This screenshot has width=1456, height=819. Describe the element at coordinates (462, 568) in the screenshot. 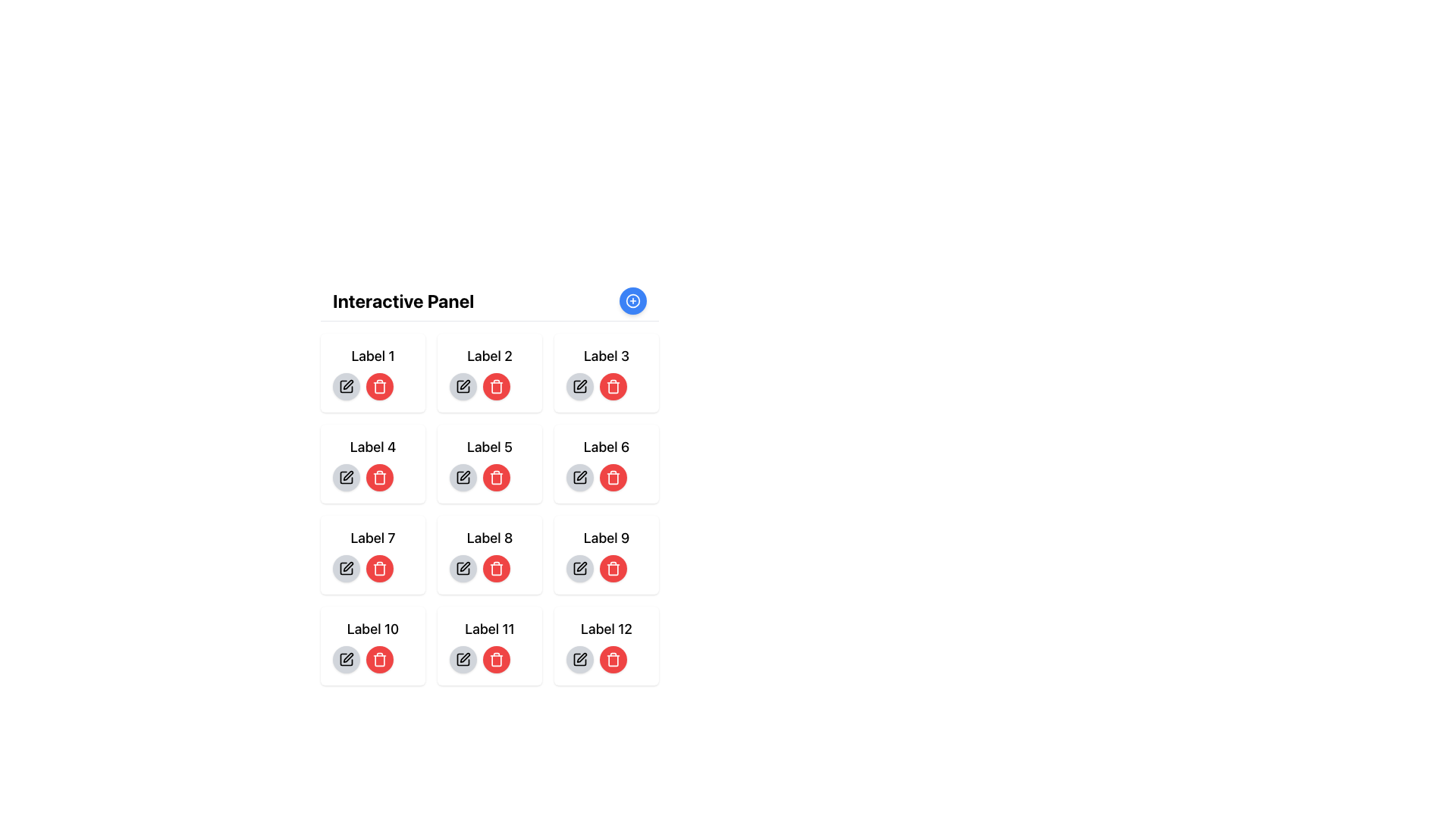

I see `the edit button located in the eighth row and first column of the grid layout` at that location.